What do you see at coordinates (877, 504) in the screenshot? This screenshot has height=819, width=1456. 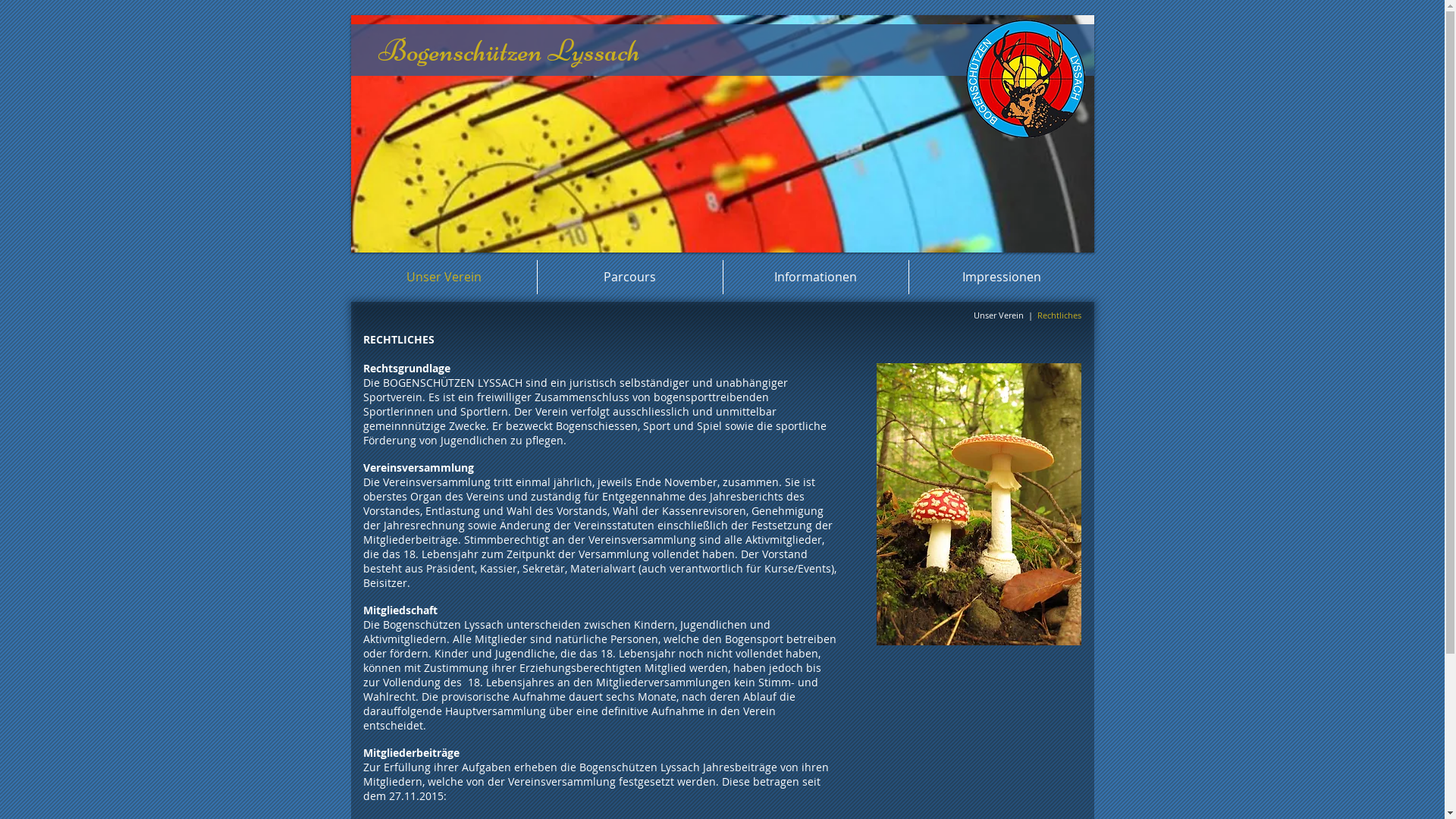 I see `'Herbstwald 013-1.jpg'` at bounding box center [877, 504].